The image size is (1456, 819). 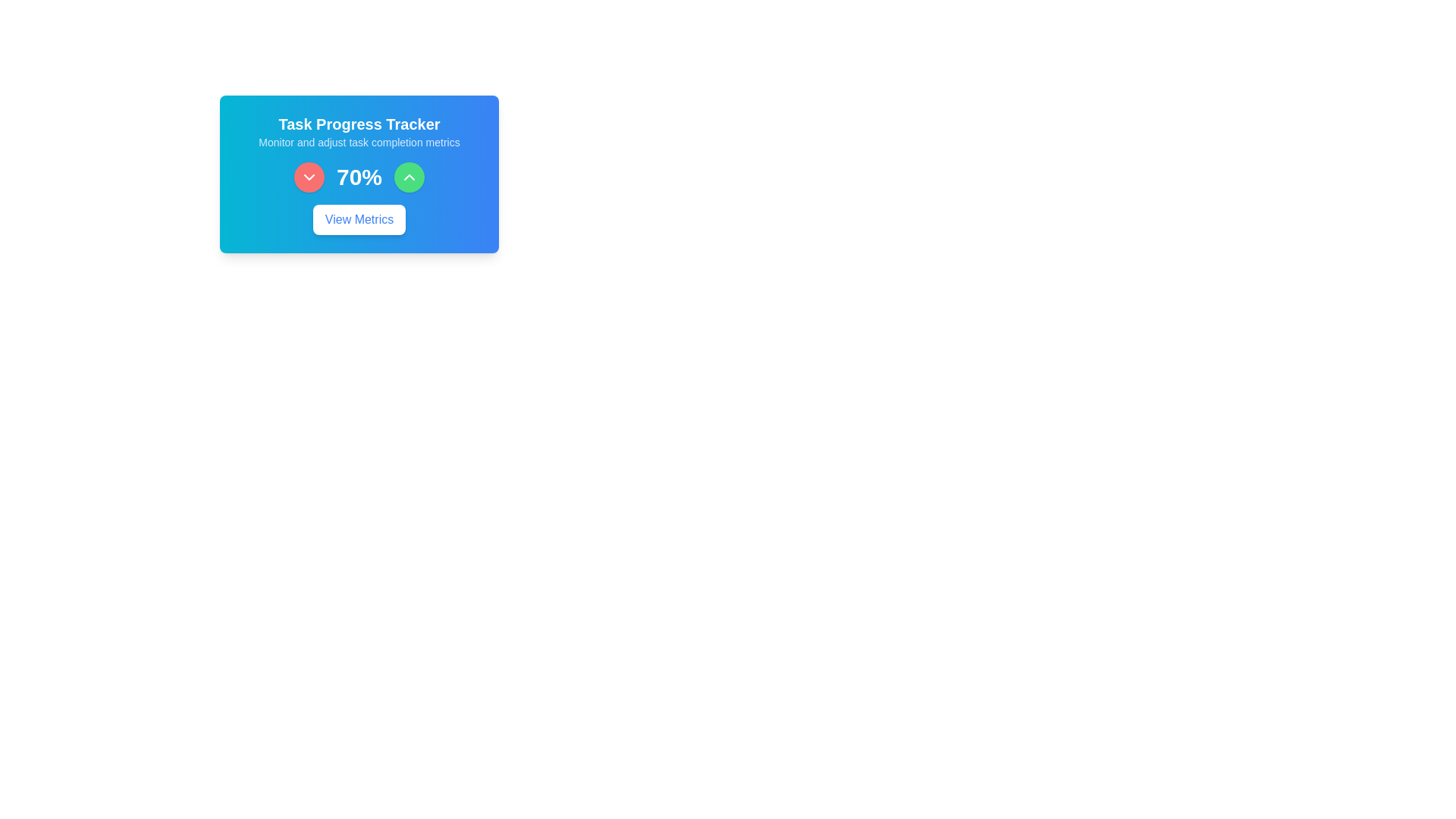 I want to click on the rectangular button labeled 'View Metrics' with a white background and blue text, so click(x=359, y=219).